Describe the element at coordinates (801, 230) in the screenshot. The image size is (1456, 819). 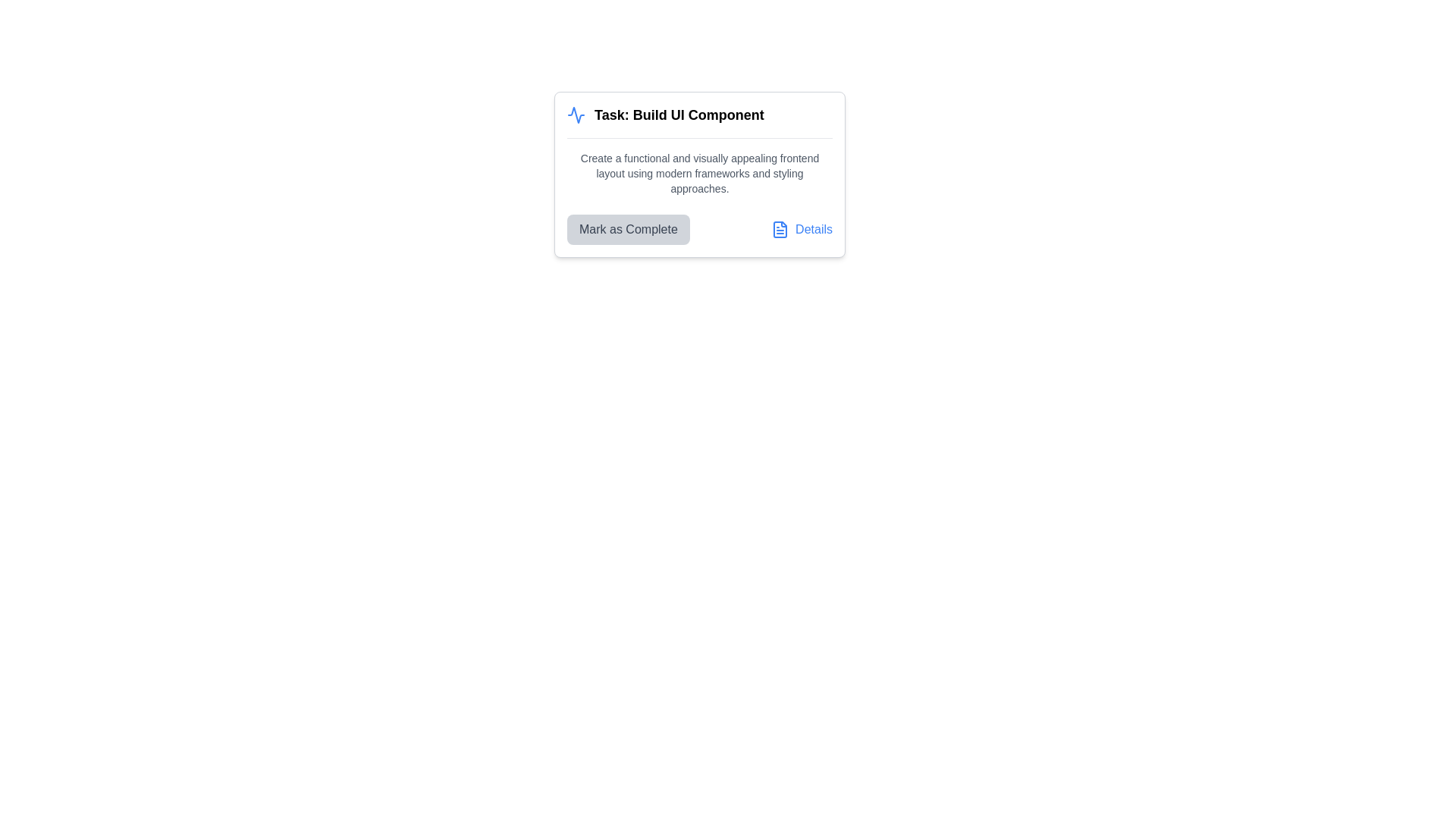
I see `the navigational link located in the lower-right corner of the card layout` at that location.